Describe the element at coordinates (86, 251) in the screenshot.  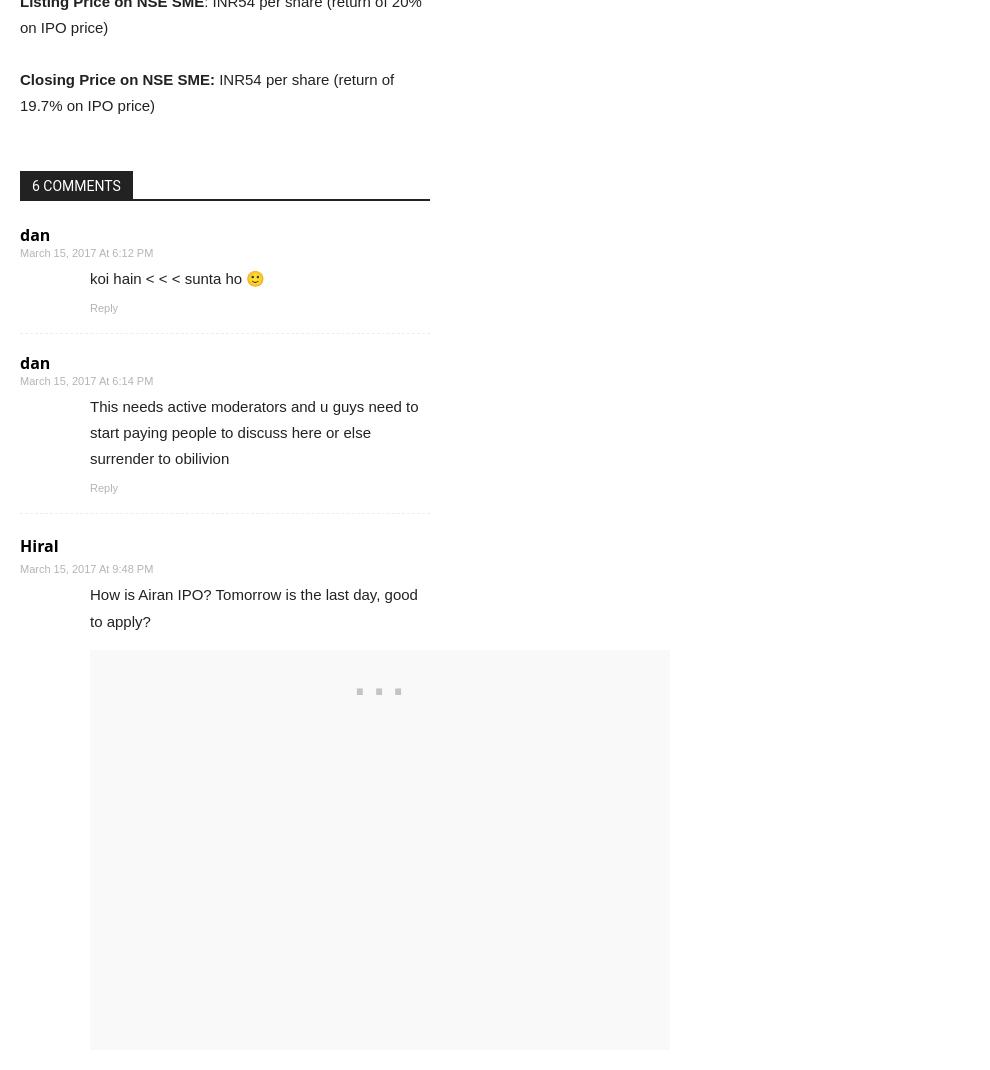
I see `'March 15, 2017 At 6:12 PM'` at that location.